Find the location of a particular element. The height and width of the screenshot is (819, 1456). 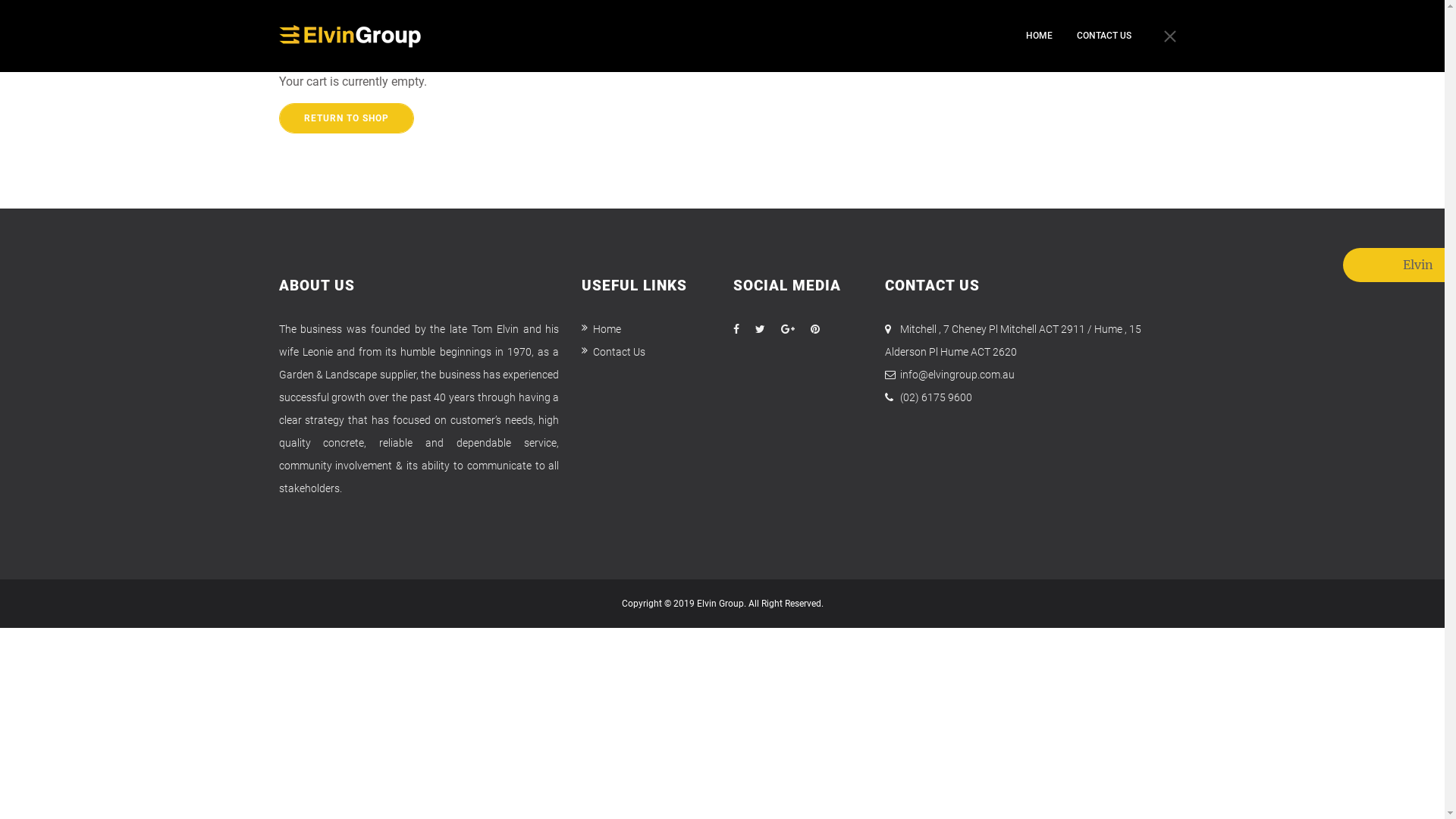

'Elvin' is located at coordinates (1361, 264).